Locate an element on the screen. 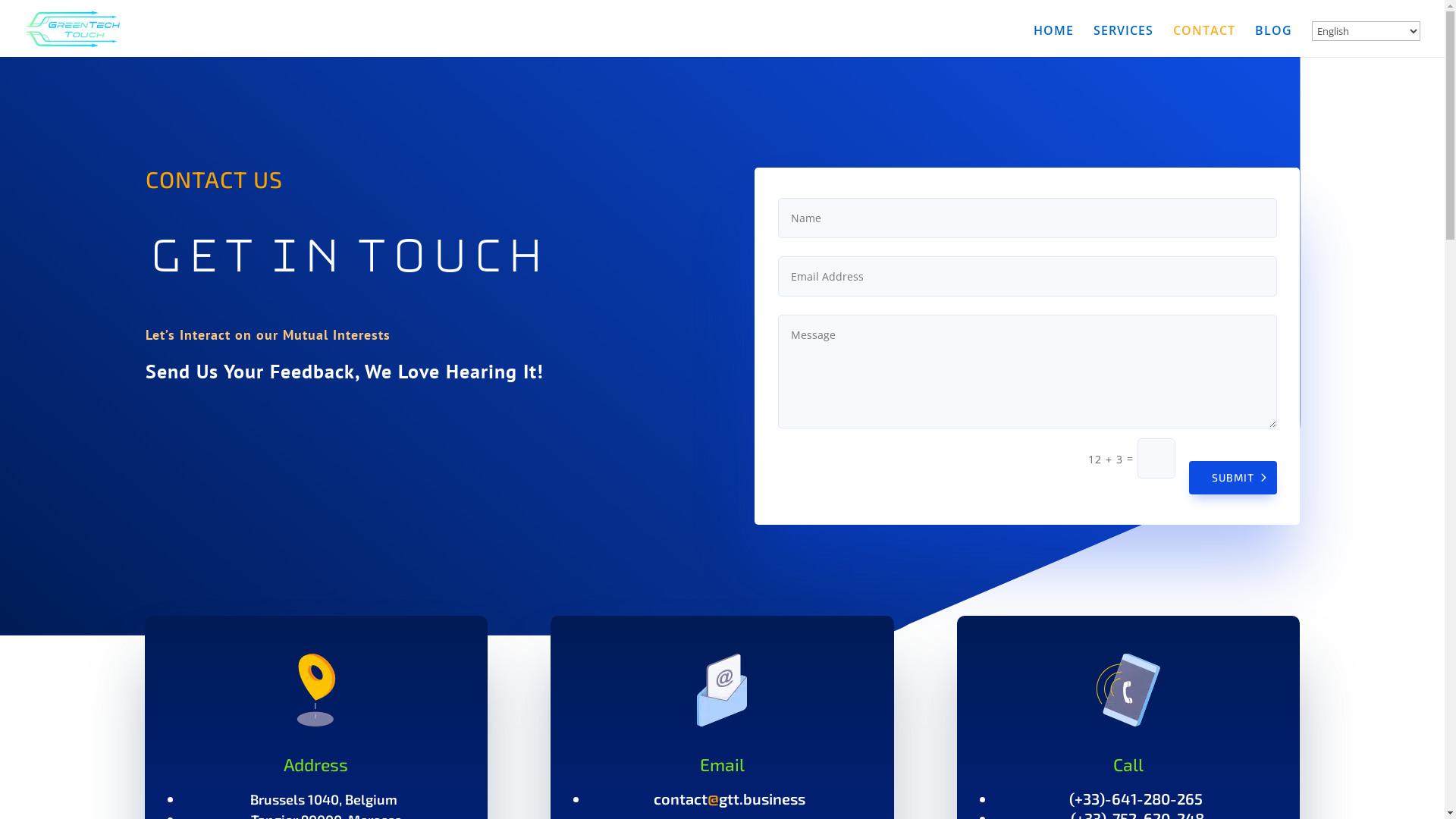  'SUBMIT' is located at coordinates (1188, 476).